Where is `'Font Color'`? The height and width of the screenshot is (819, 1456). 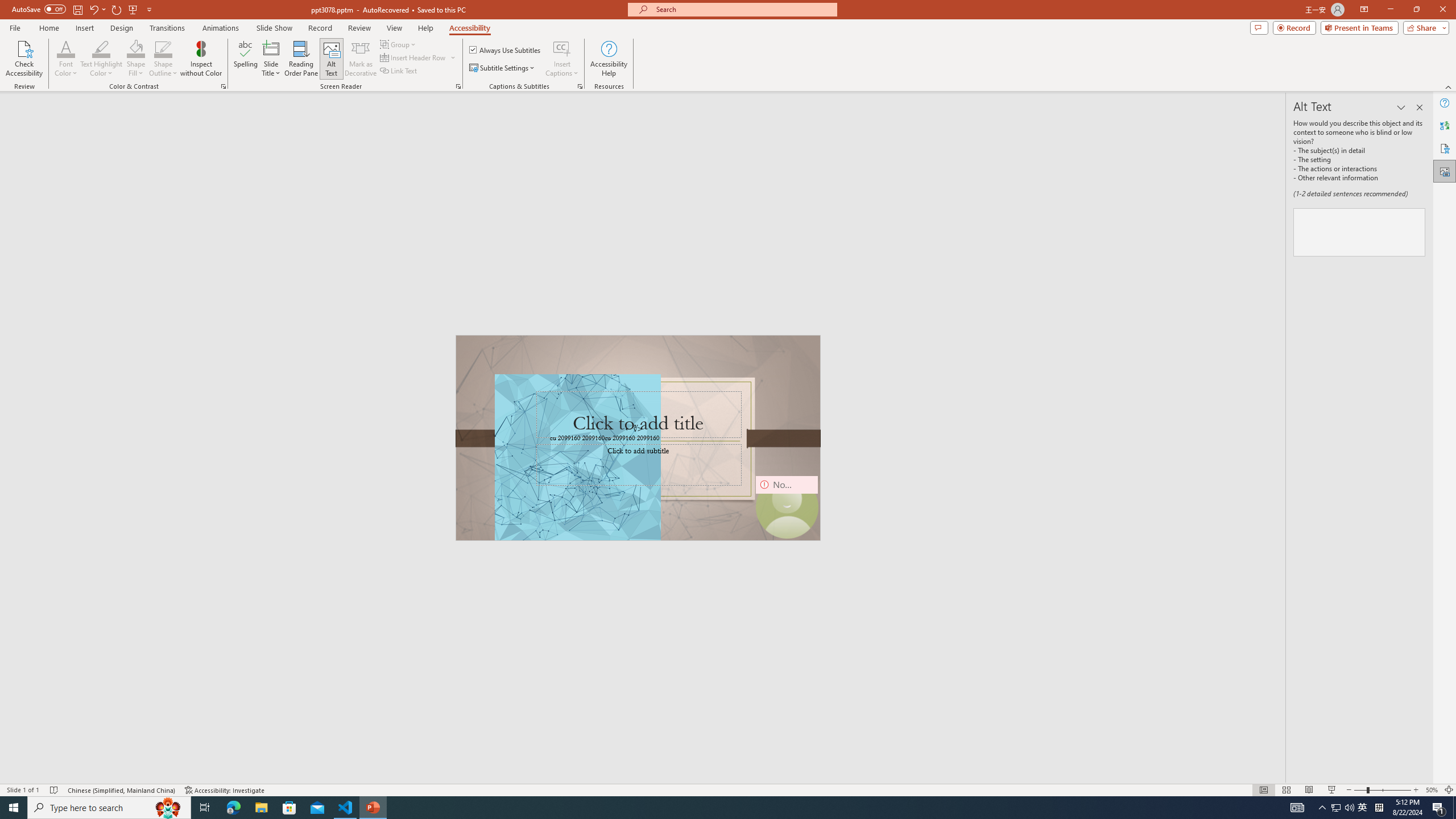 'Font Color' is located at coordinates (65, 59).